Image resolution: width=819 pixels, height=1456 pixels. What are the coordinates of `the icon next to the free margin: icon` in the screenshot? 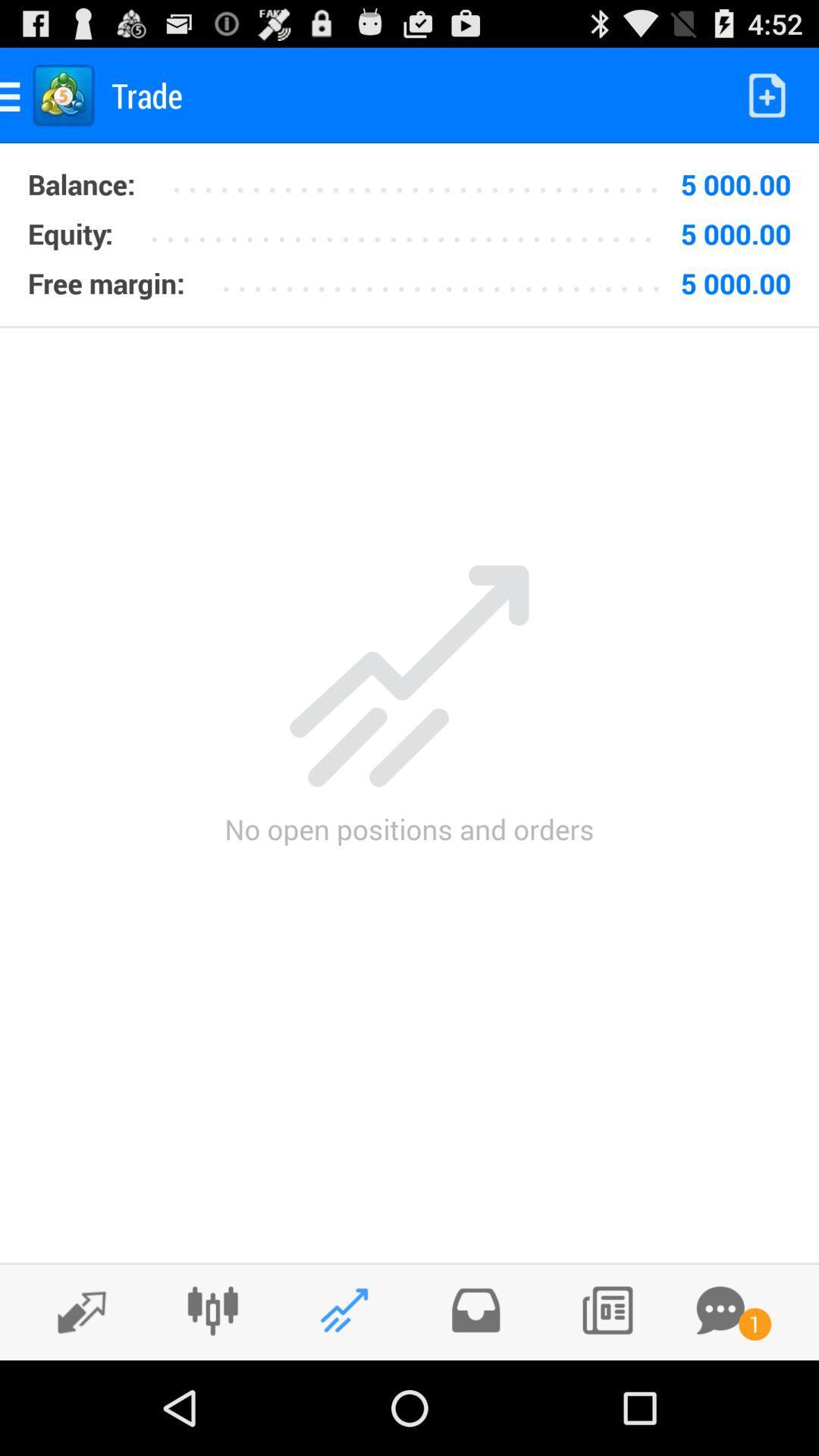 It's located at (446, 278).